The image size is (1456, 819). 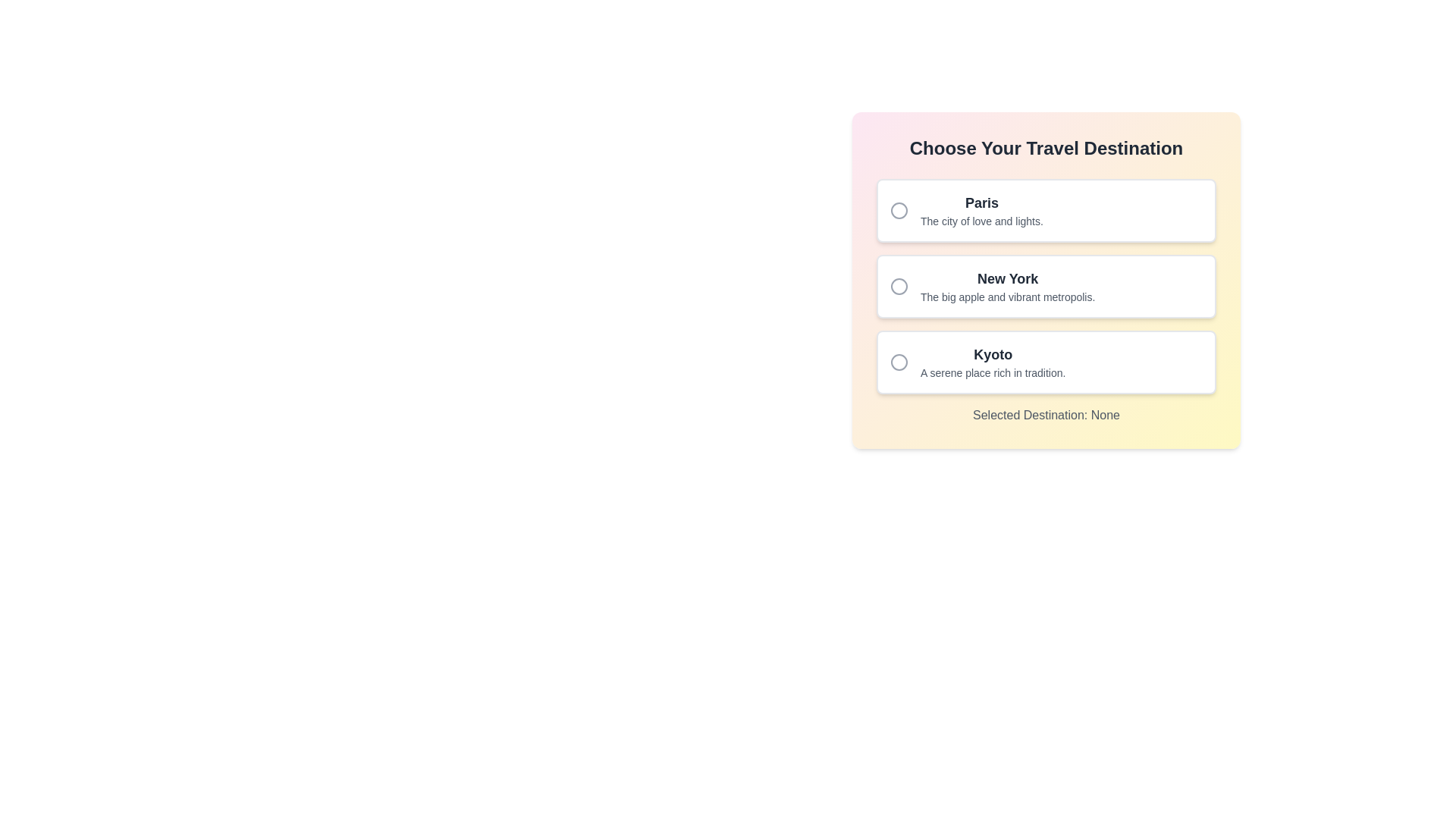 I want to click on the 'New York' radio button option in the selection interface, so click(x=1046, y=287).